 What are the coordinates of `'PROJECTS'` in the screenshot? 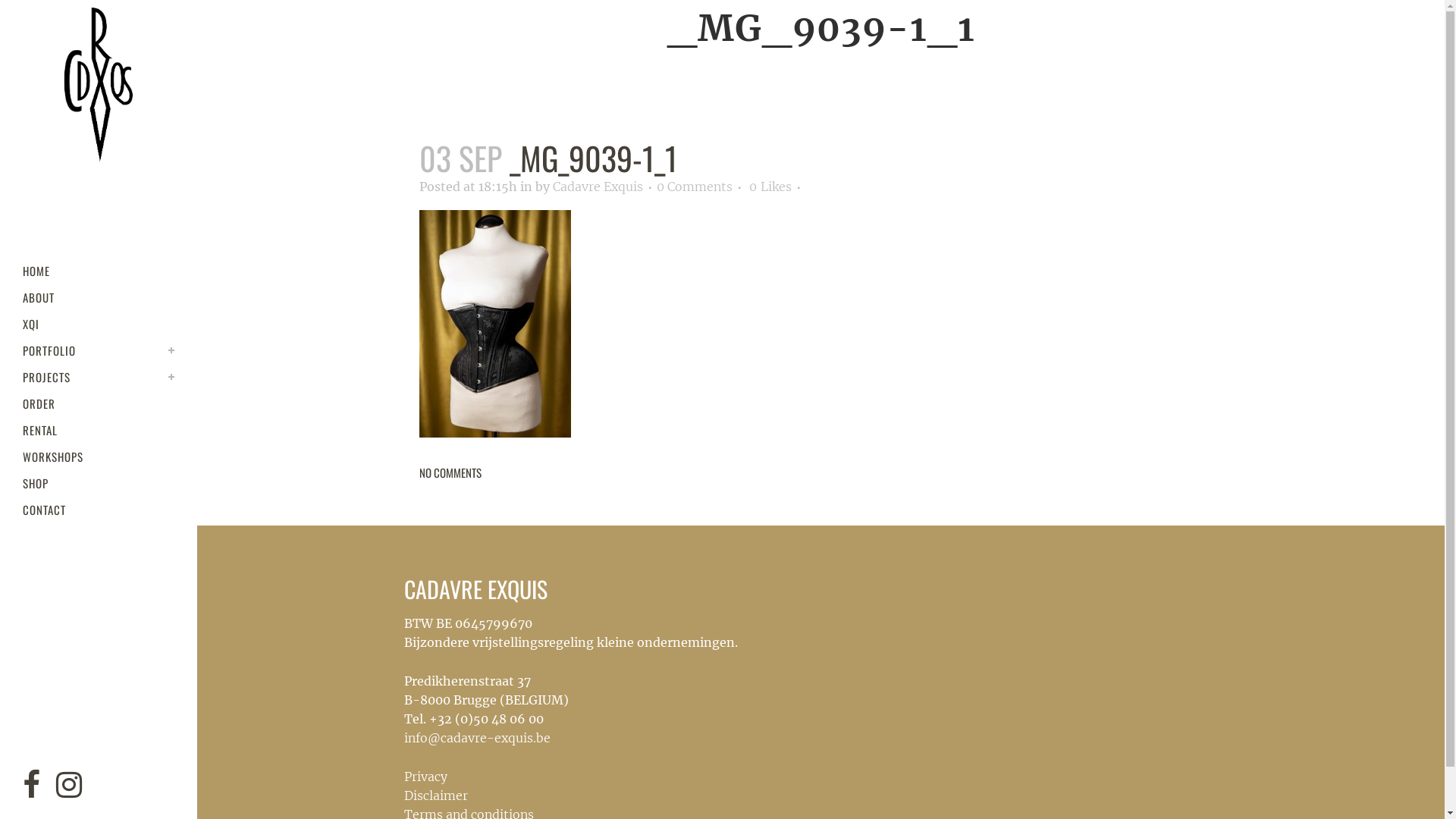 It's located at (97, 376).